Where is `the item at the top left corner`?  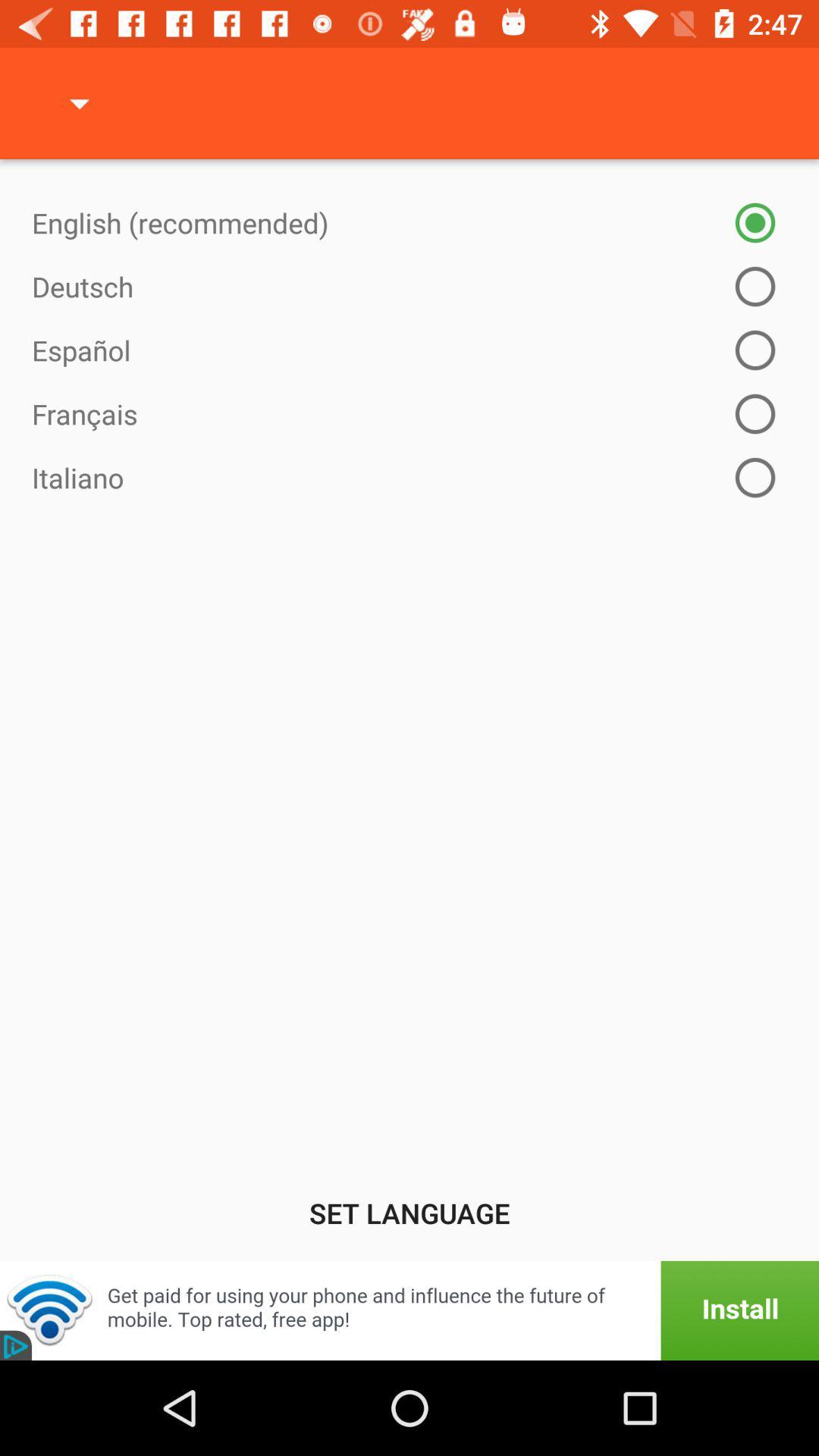
the item at the top left corner is located at coordinates (79, 102).